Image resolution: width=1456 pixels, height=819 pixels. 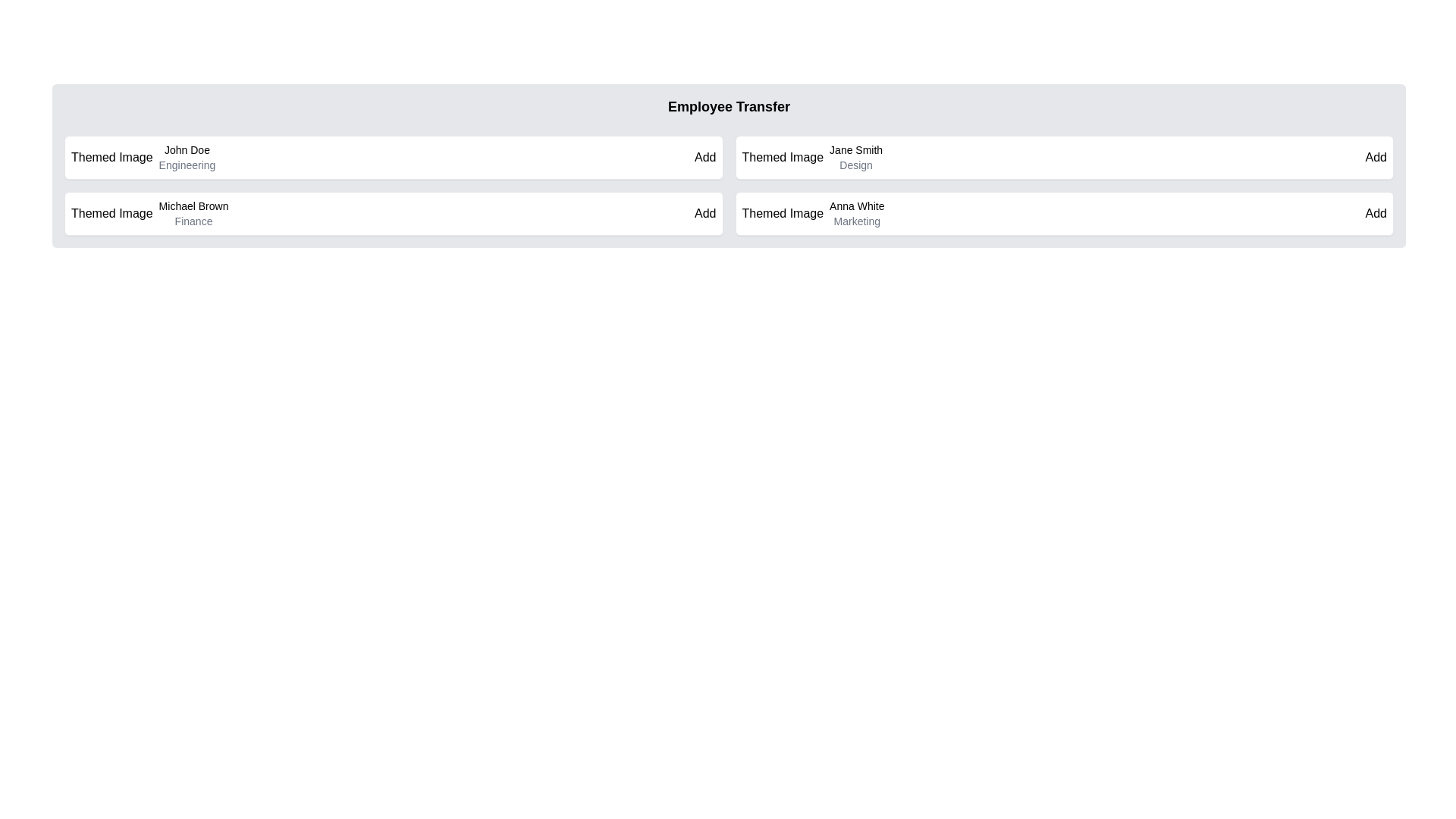 I want to click on the Static Text Label that displays 'Finance', styled with medium gray color, located below 'Michael Brown', so click(x=193, y=221).